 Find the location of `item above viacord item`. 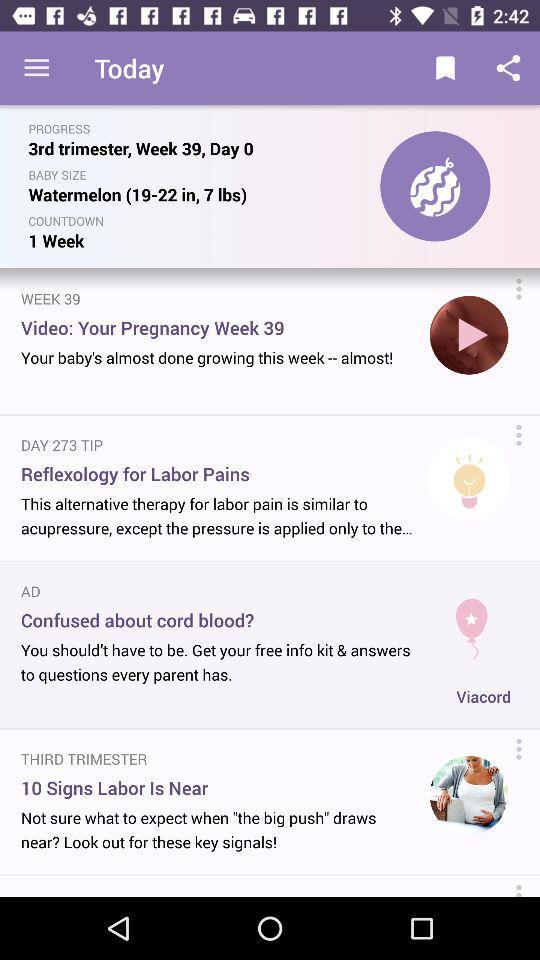

item above viacord item is located at coordinates (471, 620).